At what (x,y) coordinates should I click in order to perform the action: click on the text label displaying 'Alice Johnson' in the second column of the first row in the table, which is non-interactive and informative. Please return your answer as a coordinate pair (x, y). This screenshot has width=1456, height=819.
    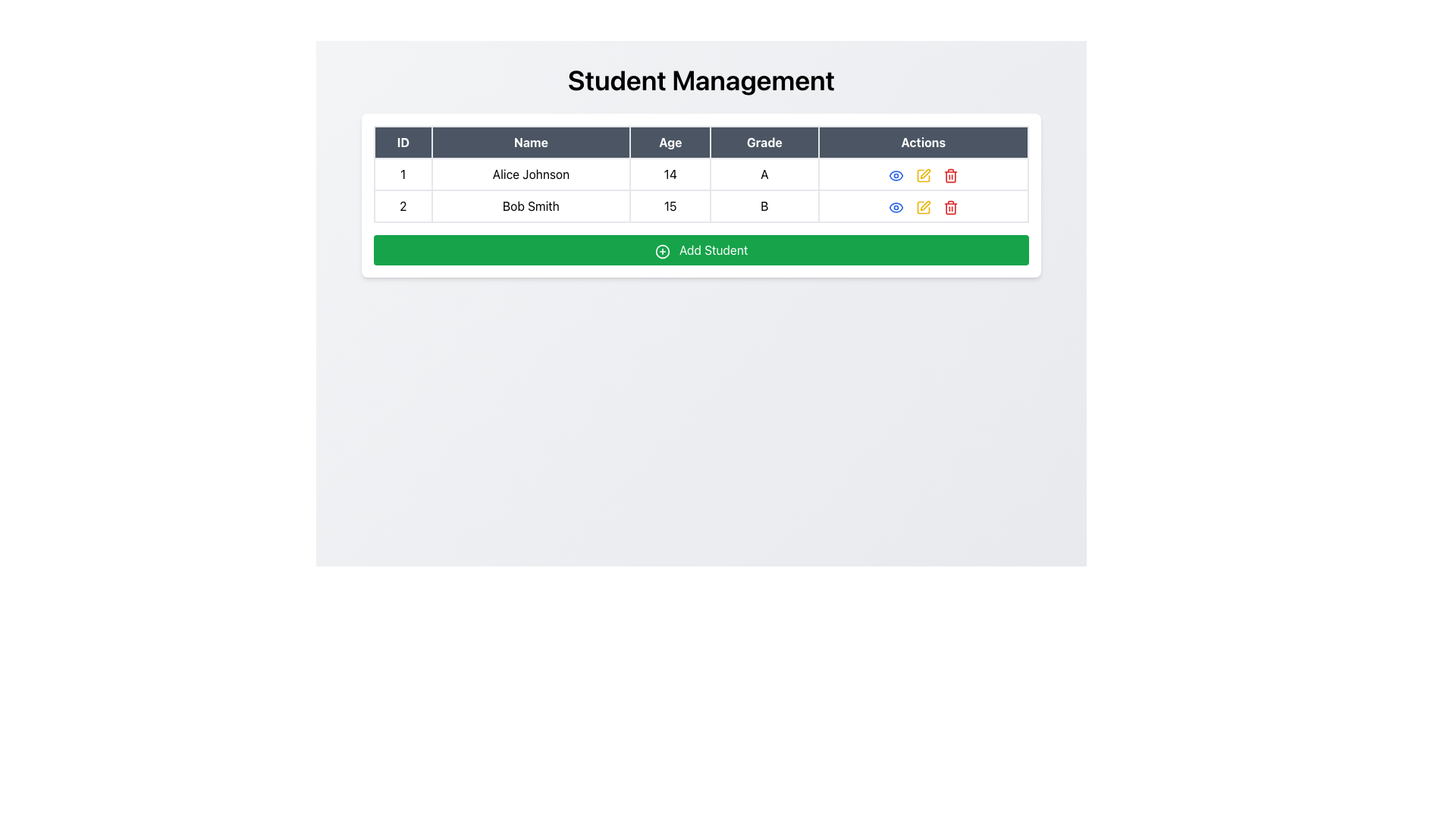
    Looking at the image, I should click on (531, 174).